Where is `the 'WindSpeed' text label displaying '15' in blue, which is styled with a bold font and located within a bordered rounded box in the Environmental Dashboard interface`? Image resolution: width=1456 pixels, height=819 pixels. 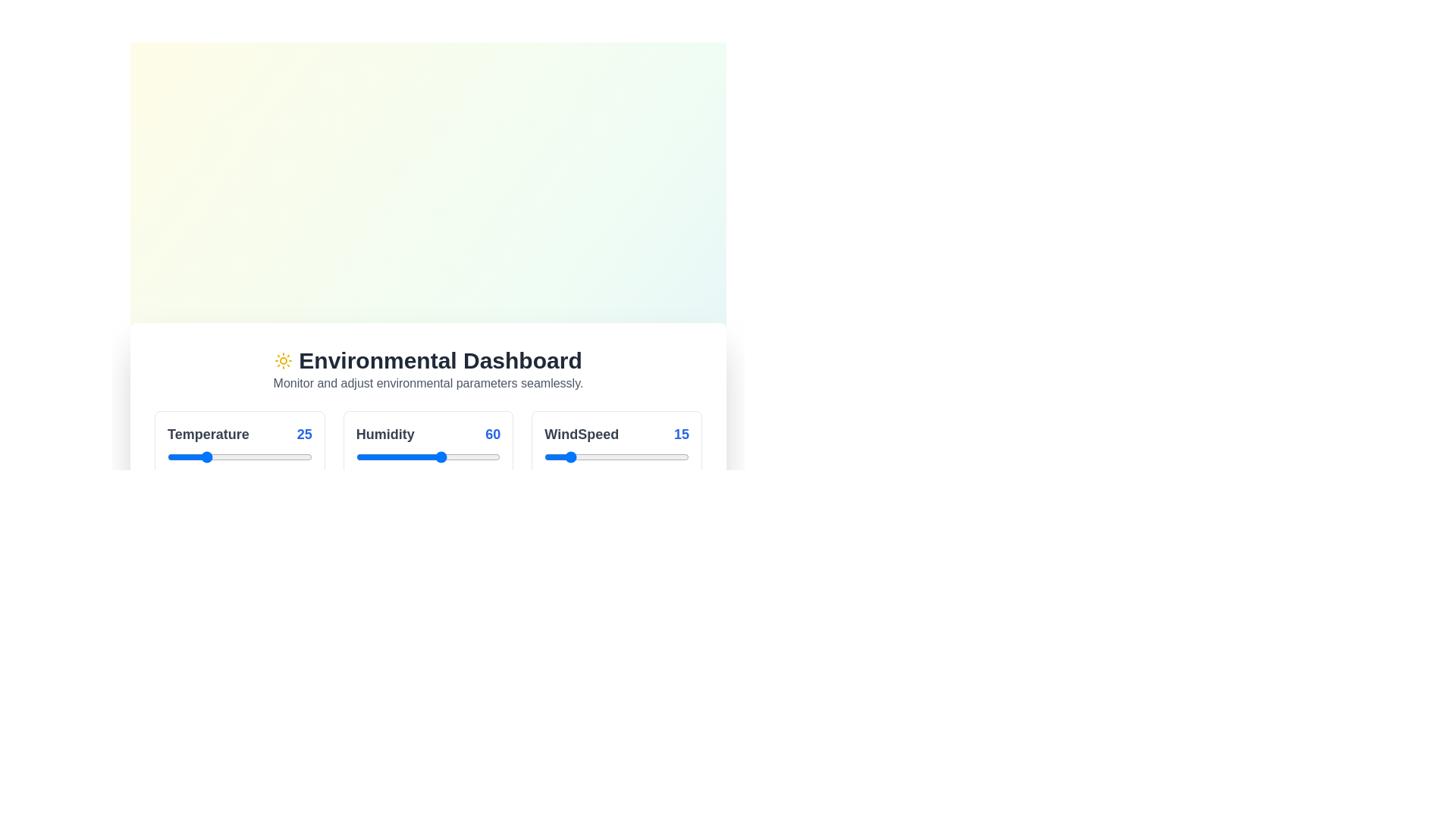 the 'WindSpeed' text label displaying '15' in blue, which is styled with a bold font and located within a bordered rounded box in the Environmental Dashboard interface is located at coordinates (617, 434).